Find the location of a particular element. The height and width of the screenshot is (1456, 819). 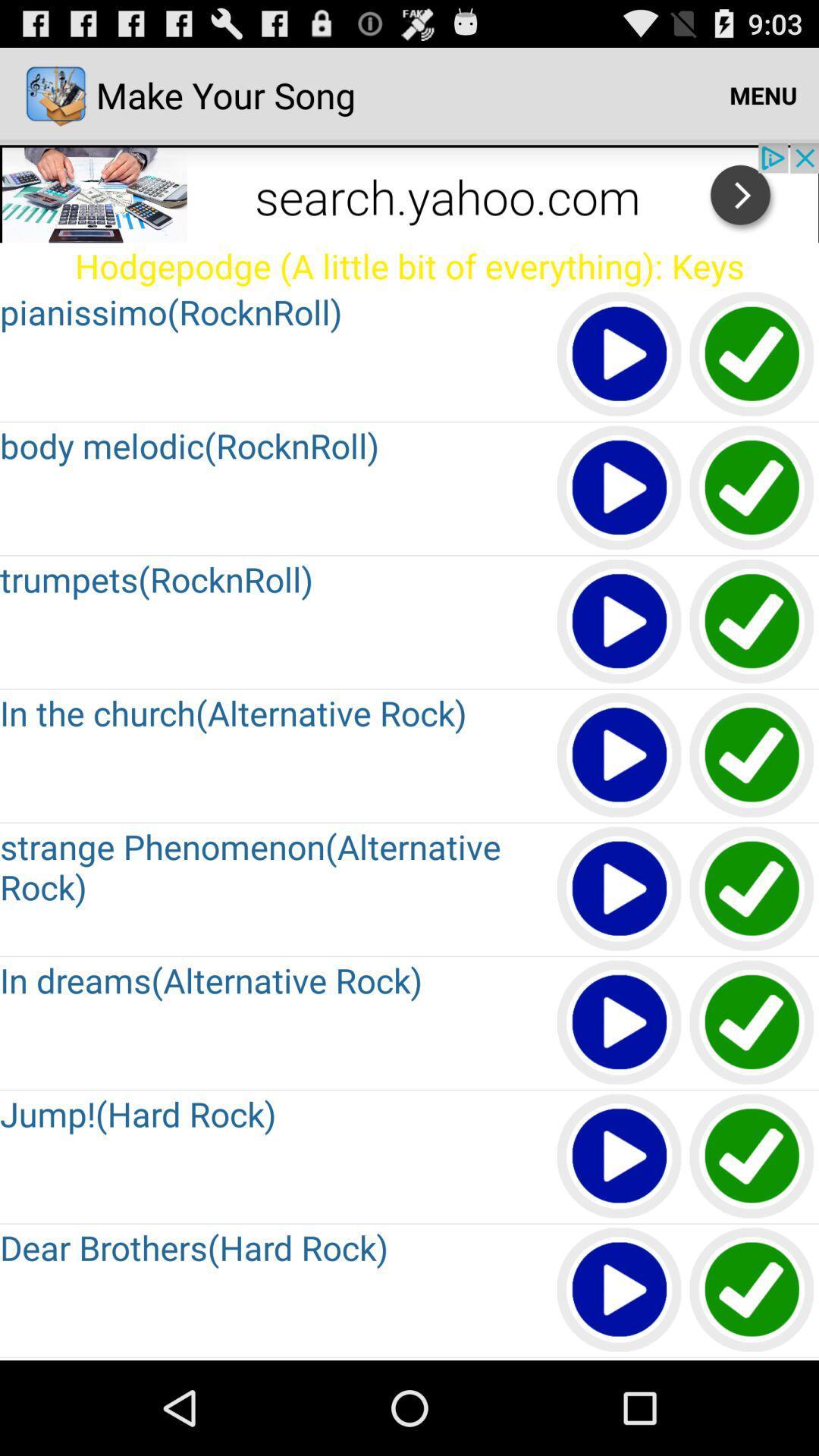

botton is located at coordinates (752, 488).